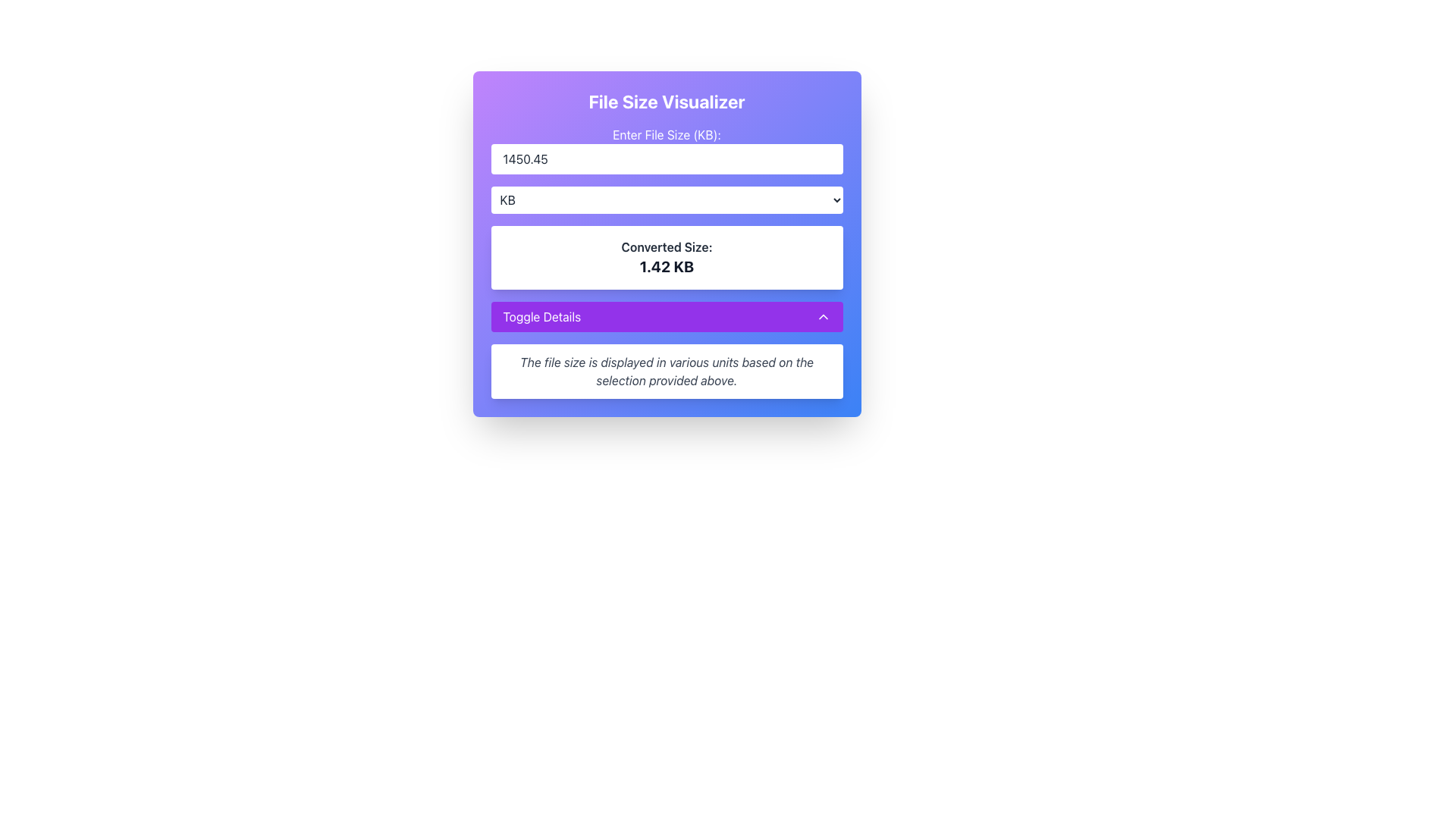 The image size is (1456, 819). I want to click on the 'Toggle Details' text label, which is displayed in white font on a purple background within the 'File Size Visualizer' interface, so click(541, 315).